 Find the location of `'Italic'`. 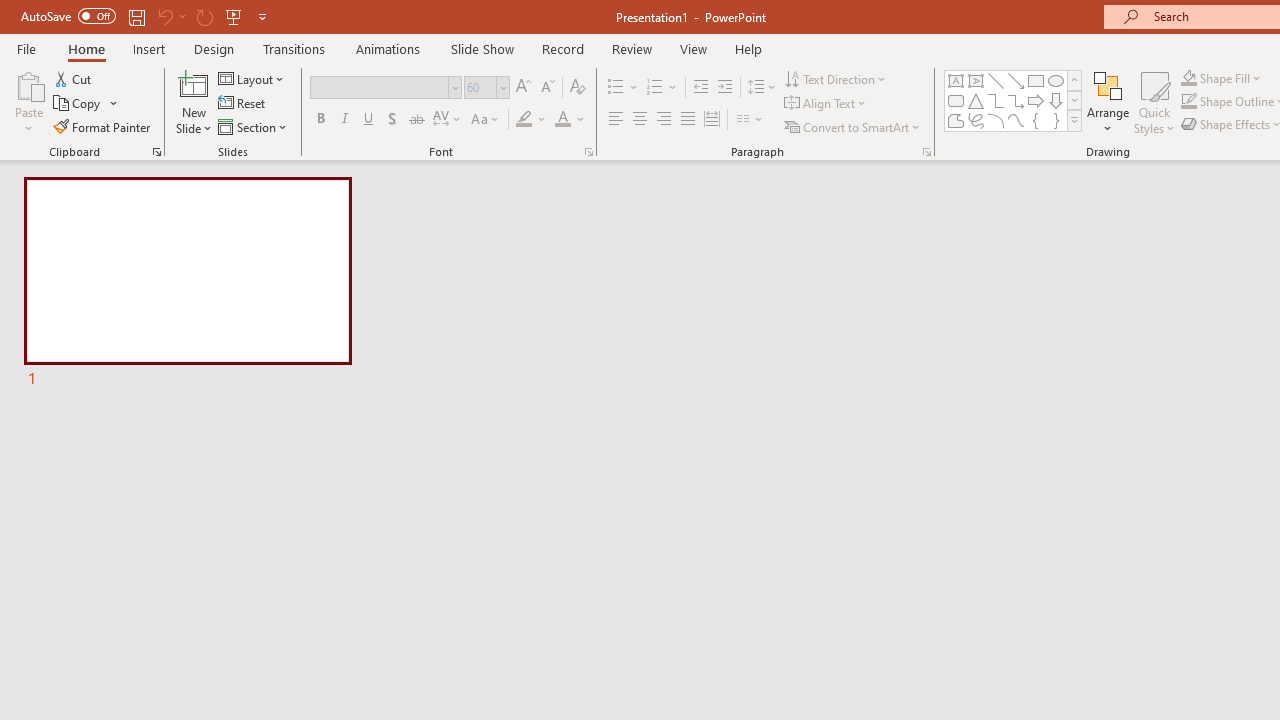

'Italic' is located at coordinates (344, 119).